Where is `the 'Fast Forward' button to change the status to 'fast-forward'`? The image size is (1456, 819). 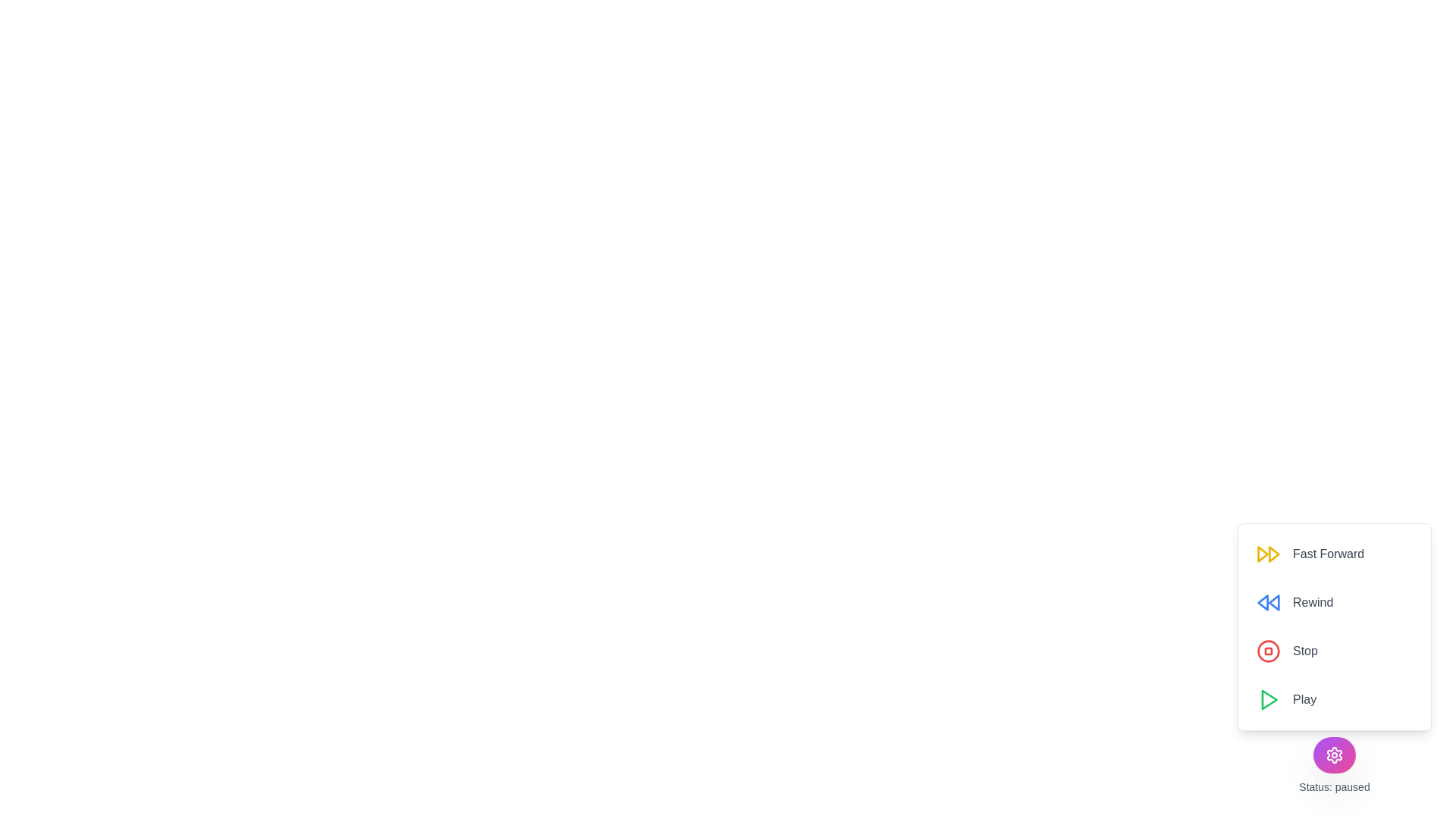
the 'Fast Forward' button to change the status to 'fast-forward' is located at coordinates (1310, 554).